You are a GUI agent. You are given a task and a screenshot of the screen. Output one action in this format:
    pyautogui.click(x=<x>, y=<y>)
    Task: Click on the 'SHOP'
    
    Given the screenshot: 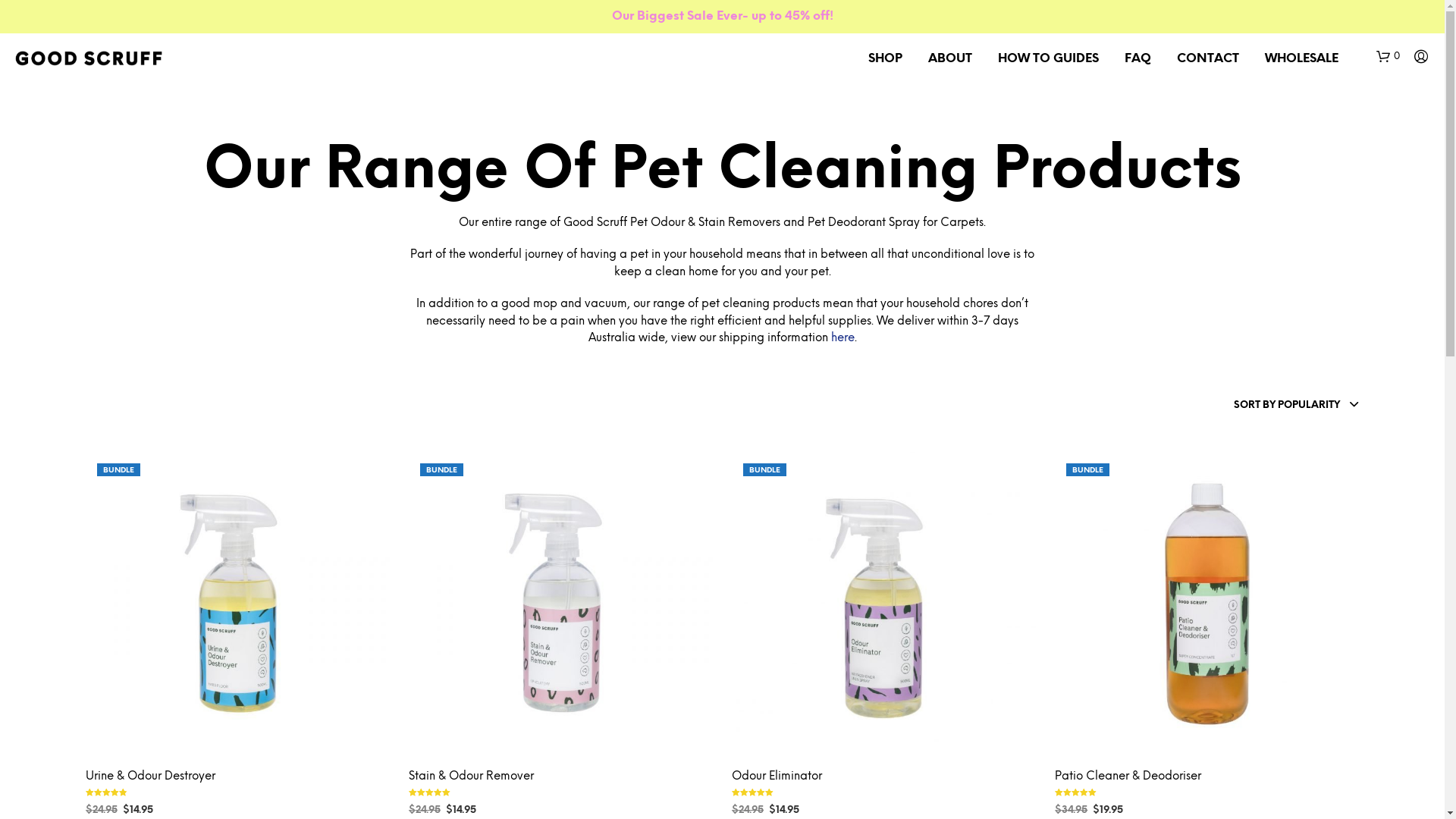 What is the action you would take?
    pyautogui.click(x=885, y=58)
    